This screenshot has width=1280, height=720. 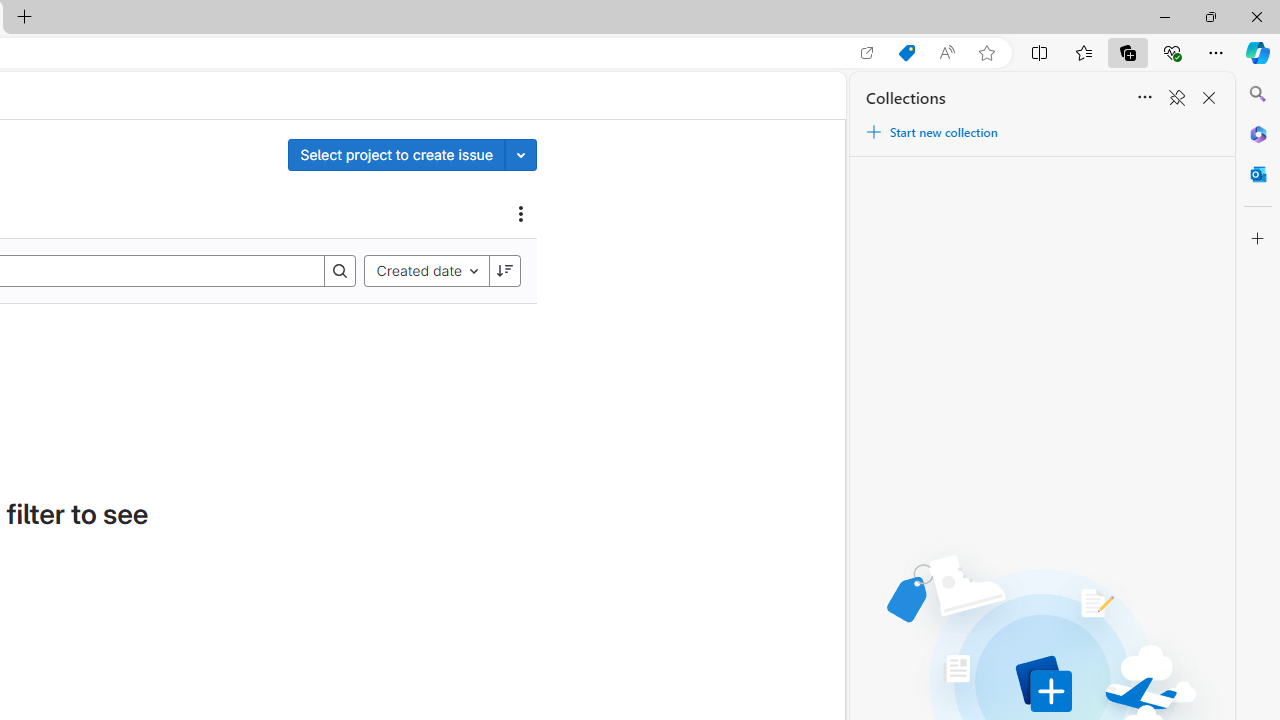 What do you see at coordinates (1176, 98) in the screenshot?
I see `'Unpin Collections'` at bounding box center [1176, 98].